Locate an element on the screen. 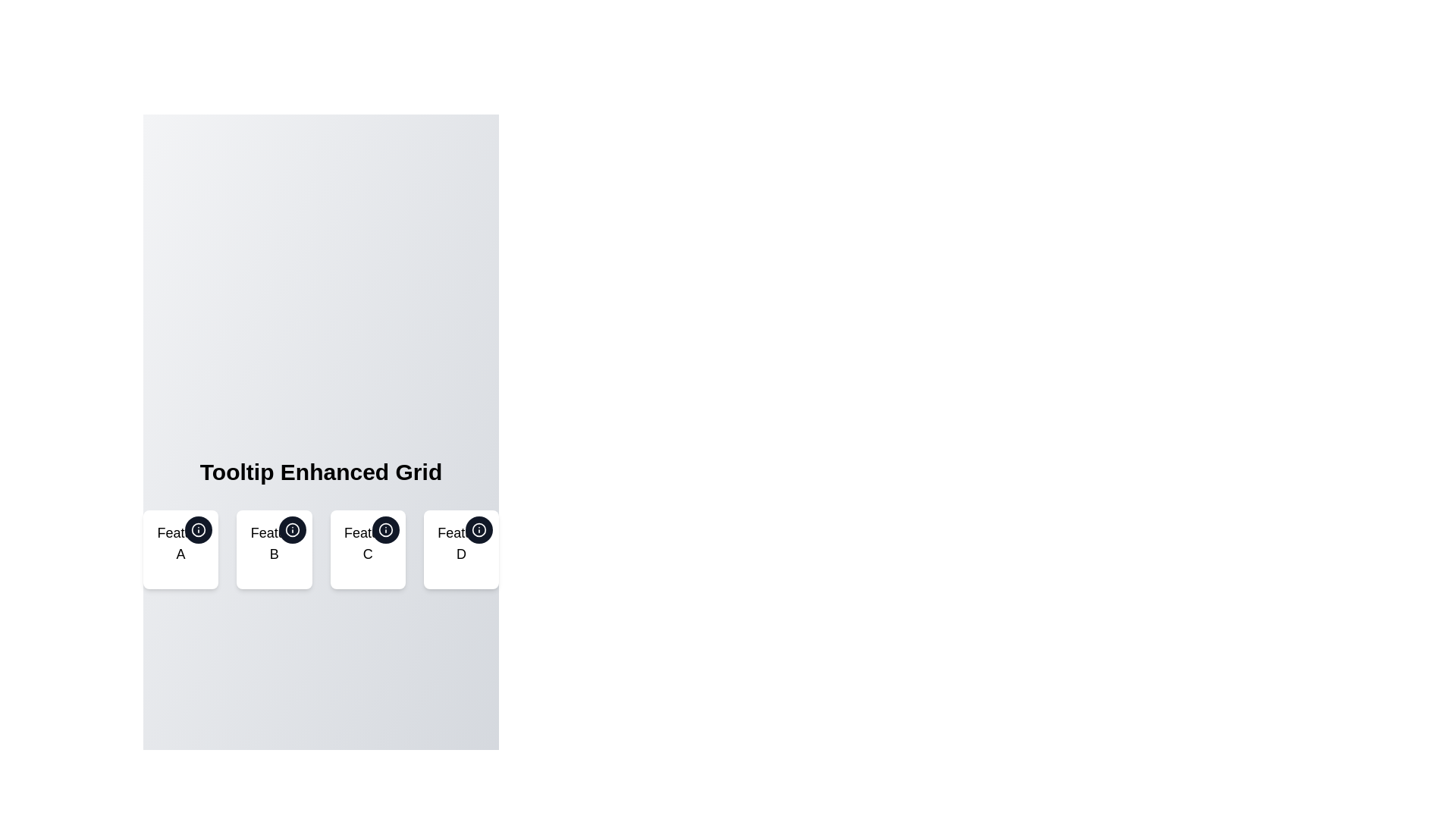 The image size is (1456, 819). the informational Vector-based icon located inside the circular button in the top-right corner of the 'Feat D' feature card is located at coordinates (479, 529).